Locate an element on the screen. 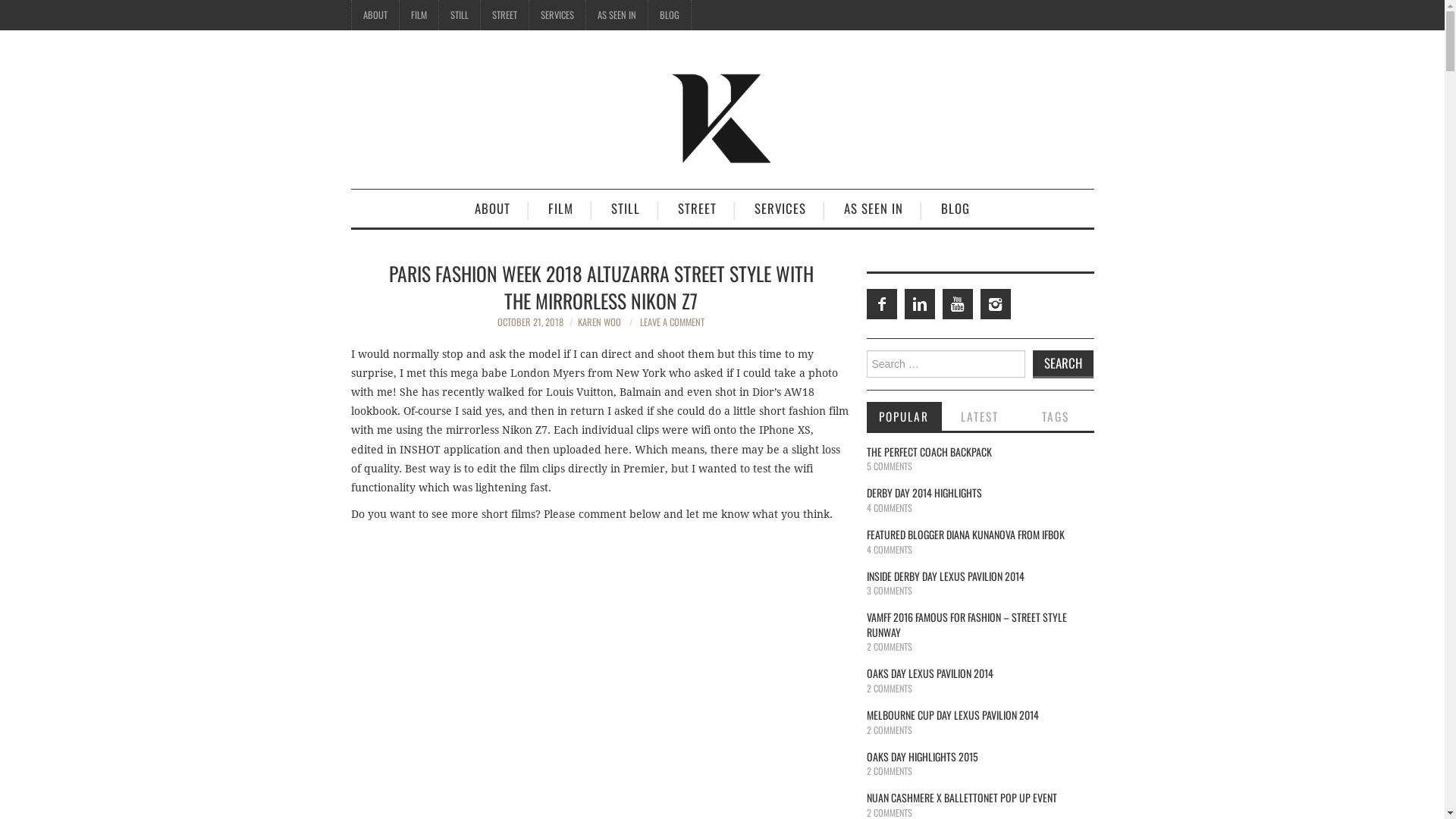  'SERVICES' is located at coordinates (556, 14).